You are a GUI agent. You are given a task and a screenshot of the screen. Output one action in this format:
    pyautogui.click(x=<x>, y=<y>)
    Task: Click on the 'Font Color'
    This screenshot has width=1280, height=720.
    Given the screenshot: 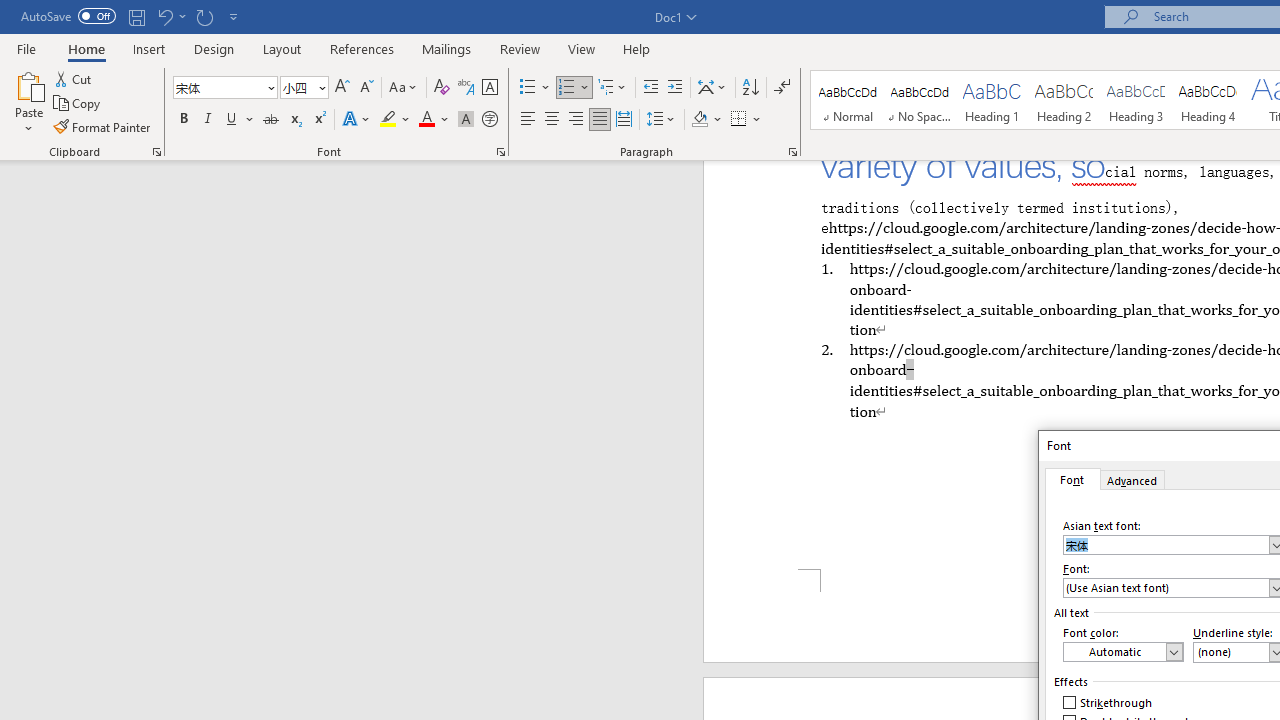 What is the action you would take?
    pyautogui.click(x=433, y=119)
    